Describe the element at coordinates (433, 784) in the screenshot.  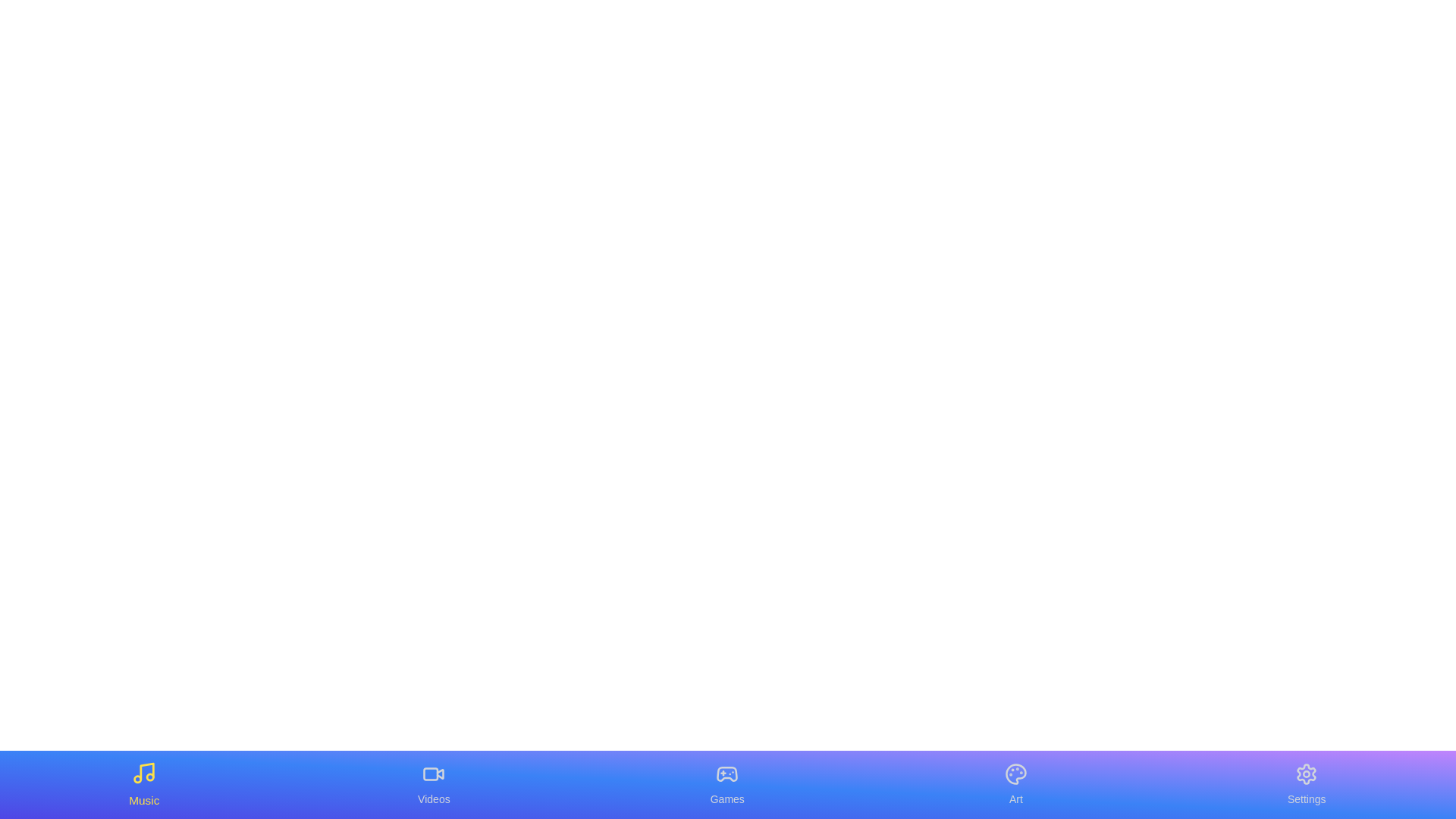
I see `the tab labeled Videos` at that location.